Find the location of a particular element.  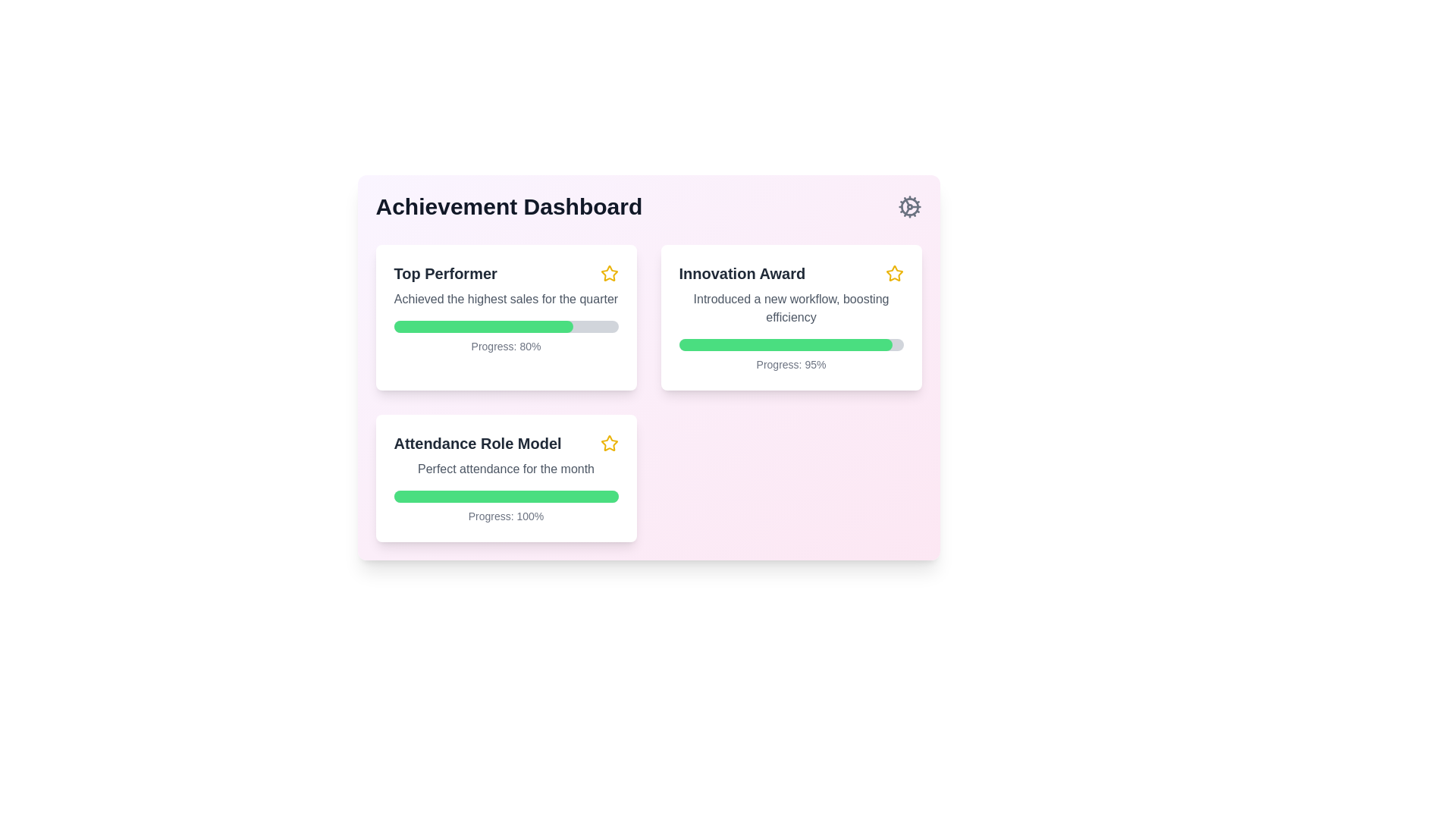

the star-shaped icon with a bold yellow outline is located at coordinates (894, 274).